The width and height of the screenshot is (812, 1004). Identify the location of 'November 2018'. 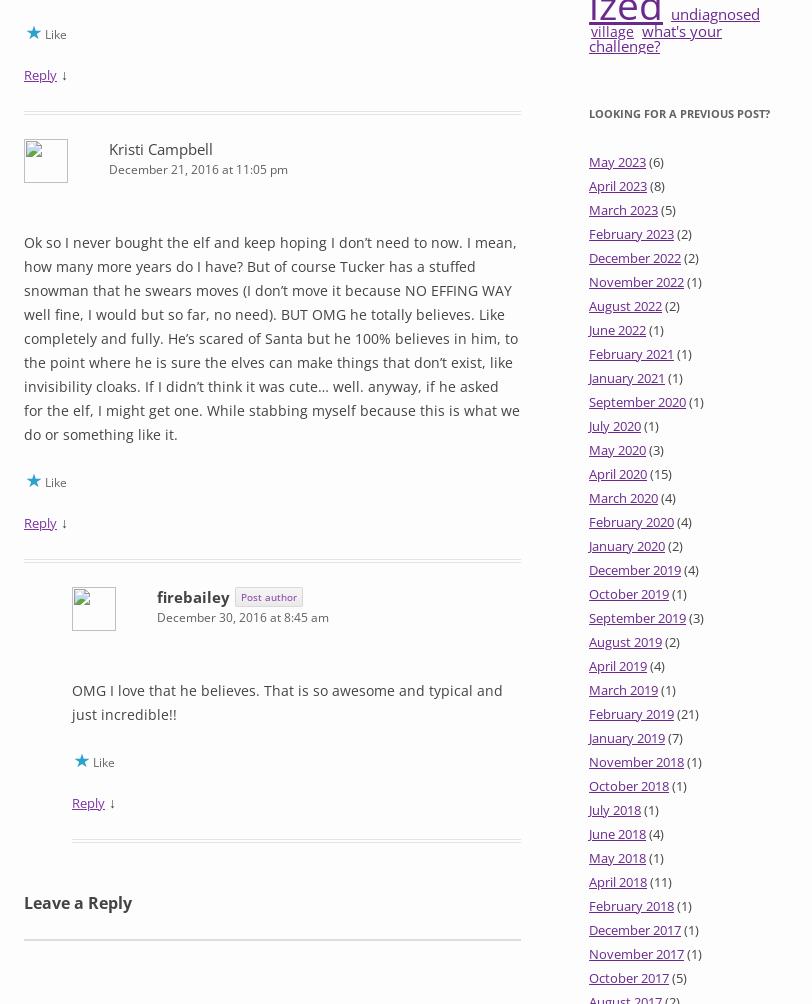
(636, 762).